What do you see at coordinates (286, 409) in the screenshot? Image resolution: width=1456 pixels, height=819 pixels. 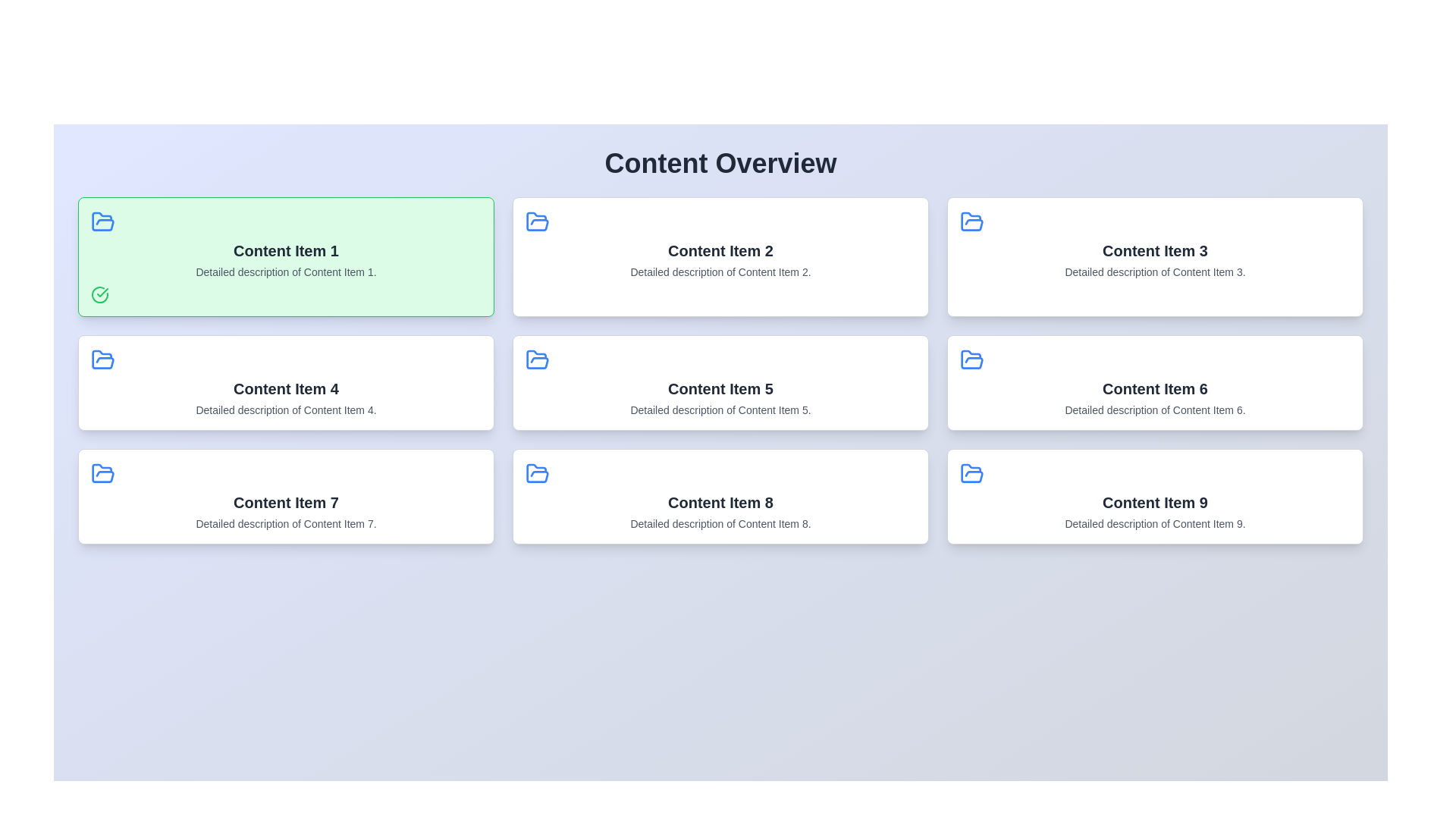 I see `descriptive text block that contains the text 'Detailed description of Content Item 4.' located below the title 'Content Item 4' in the fourth card of the grid layout` at bounding box center [286, 409].